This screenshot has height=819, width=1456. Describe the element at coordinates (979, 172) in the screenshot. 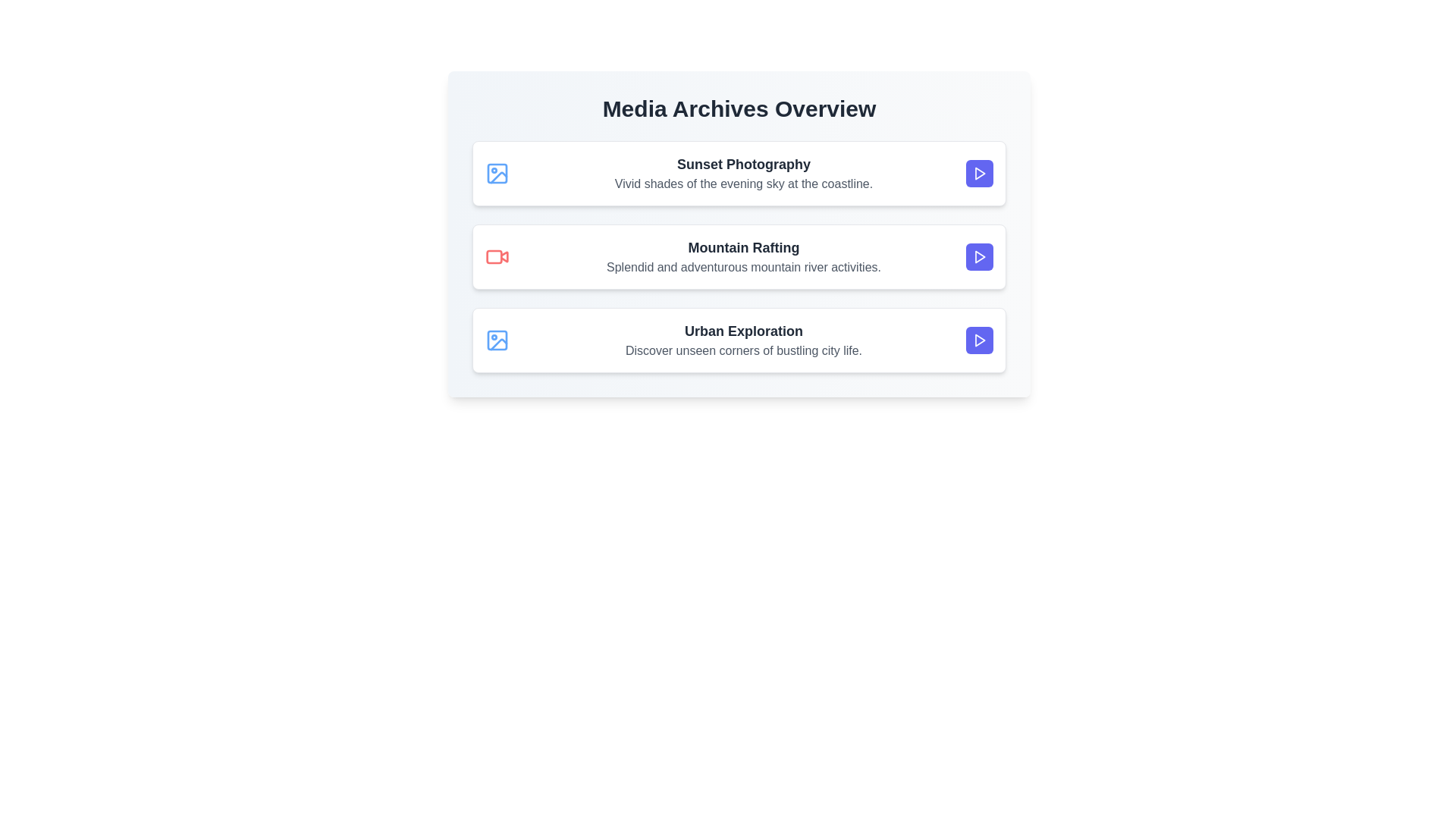

I see `the play button for the media item titled 'Sunset Photography'` at that location.